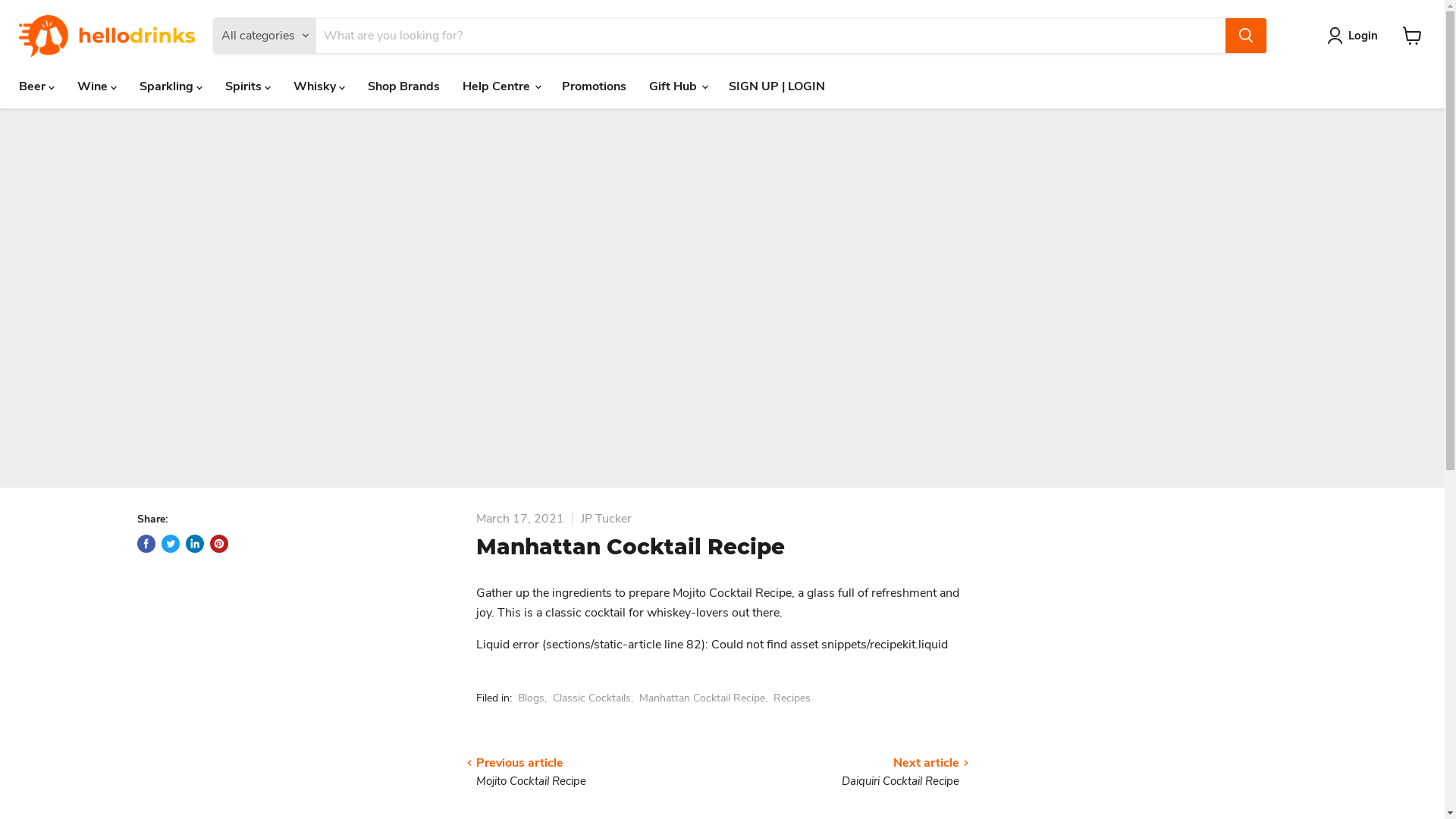 The image size is (1456, 819). What do you see at coordinates (777, 86) in the screenshot?
I see `'SIGN UP | LOGIN'` at bounding box center [777, 86].